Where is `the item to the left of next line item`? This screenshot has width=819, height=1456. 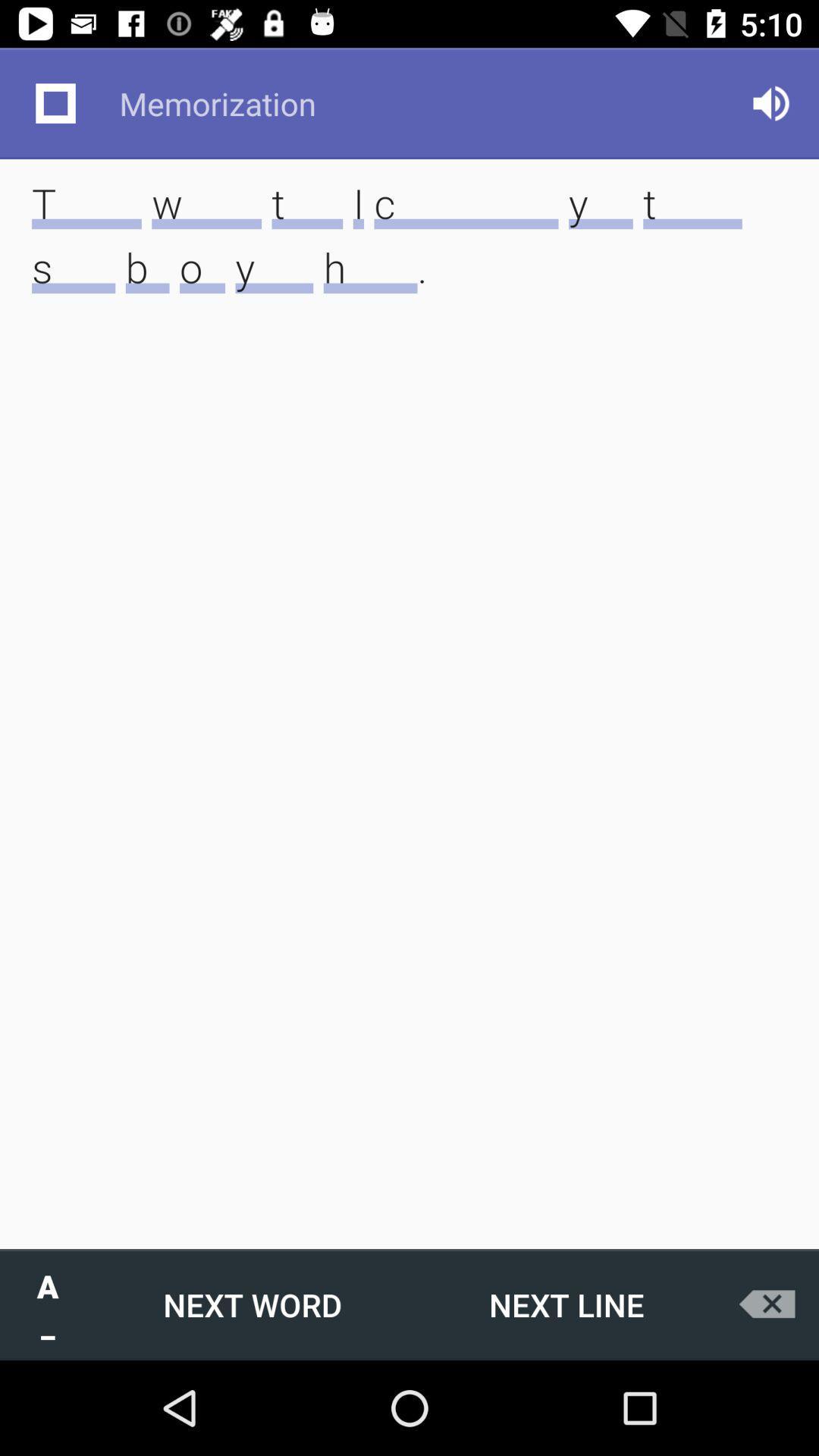 the item to the left of next line item is located at coordinates (251, 1304).